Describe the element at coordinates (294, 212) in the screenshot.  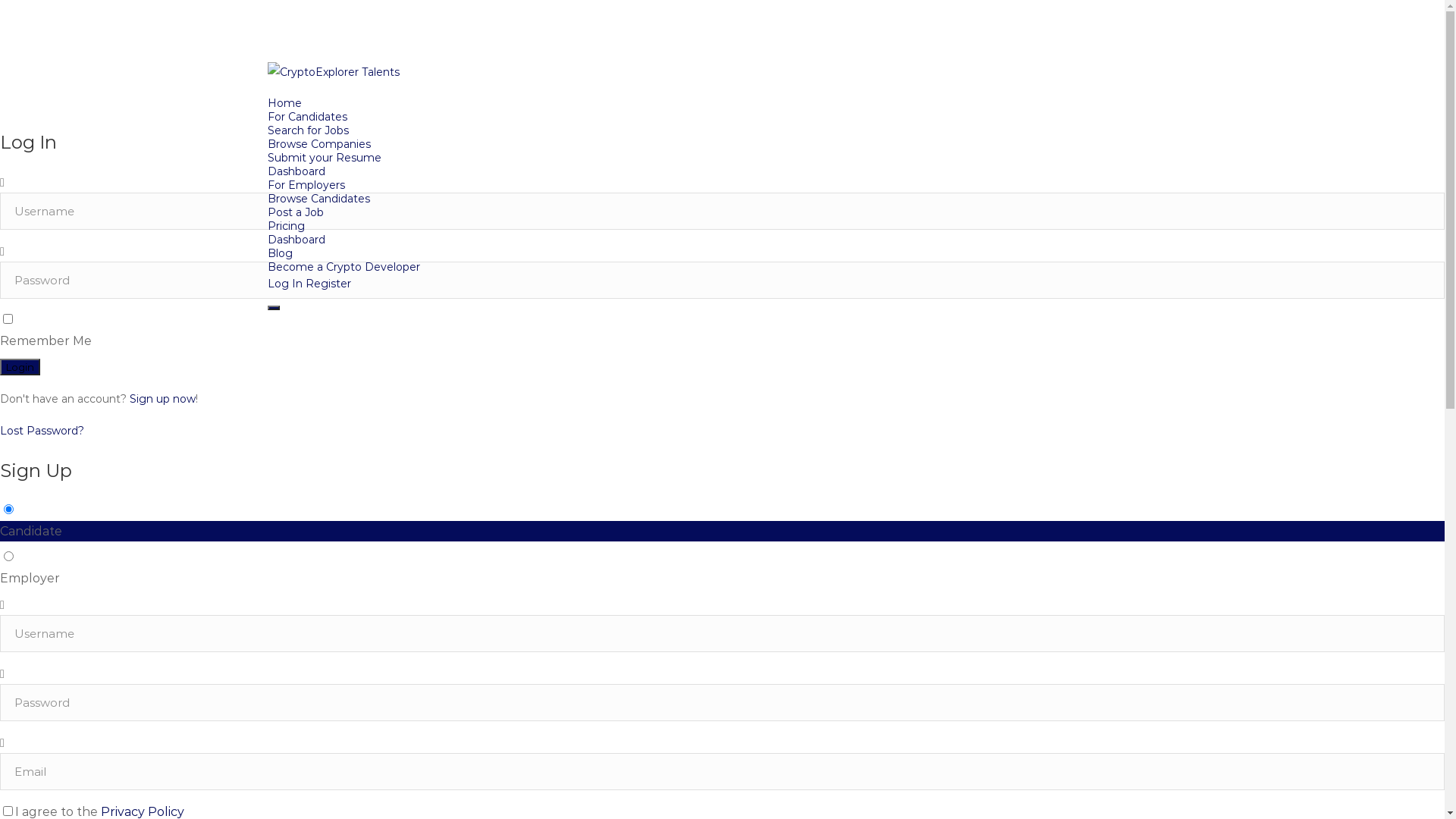
I see `'Post a Job'` at that location.